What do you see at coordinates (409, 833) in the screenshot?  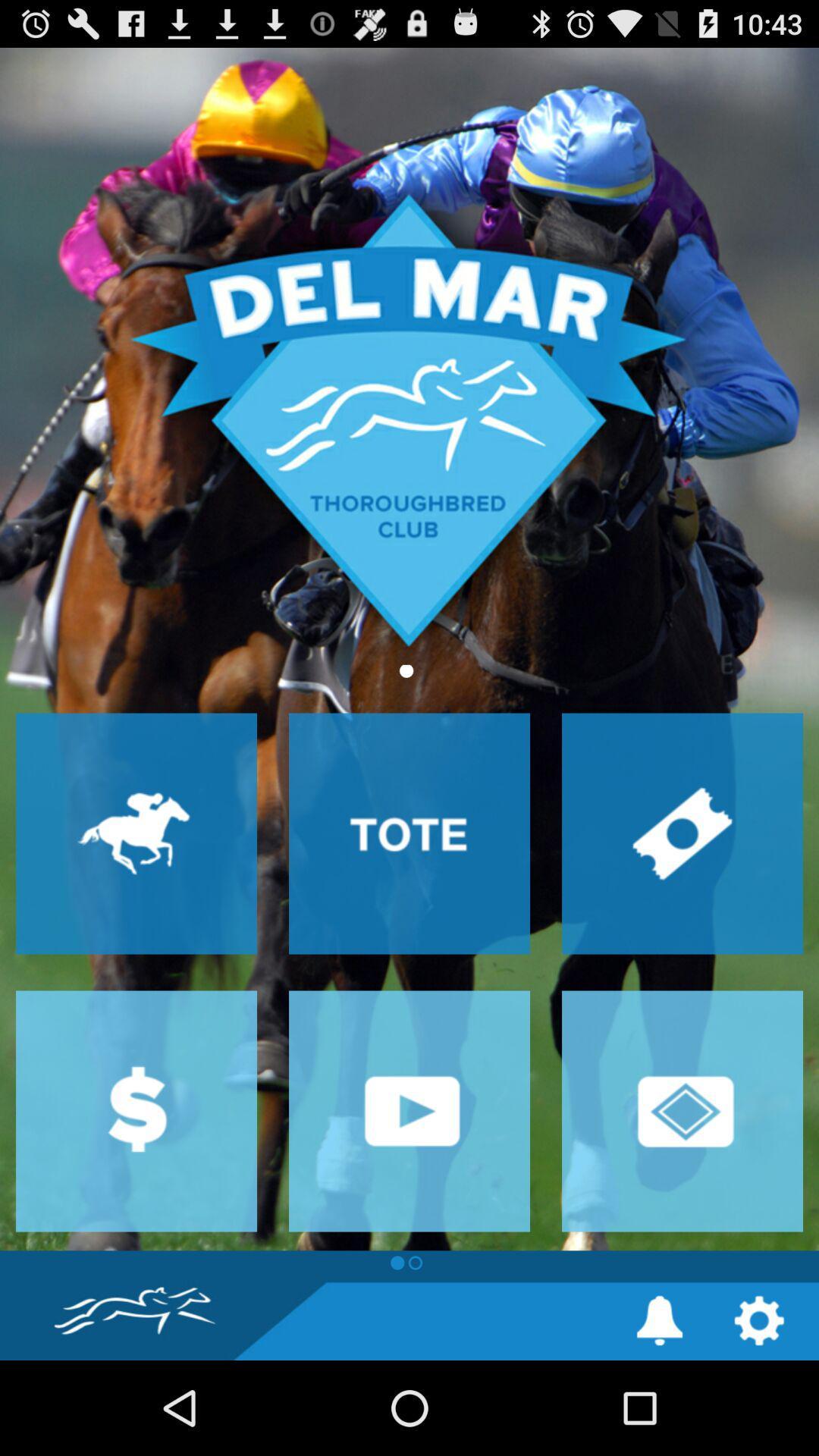 I see `open tote interface` at bounding box center [409, 833].